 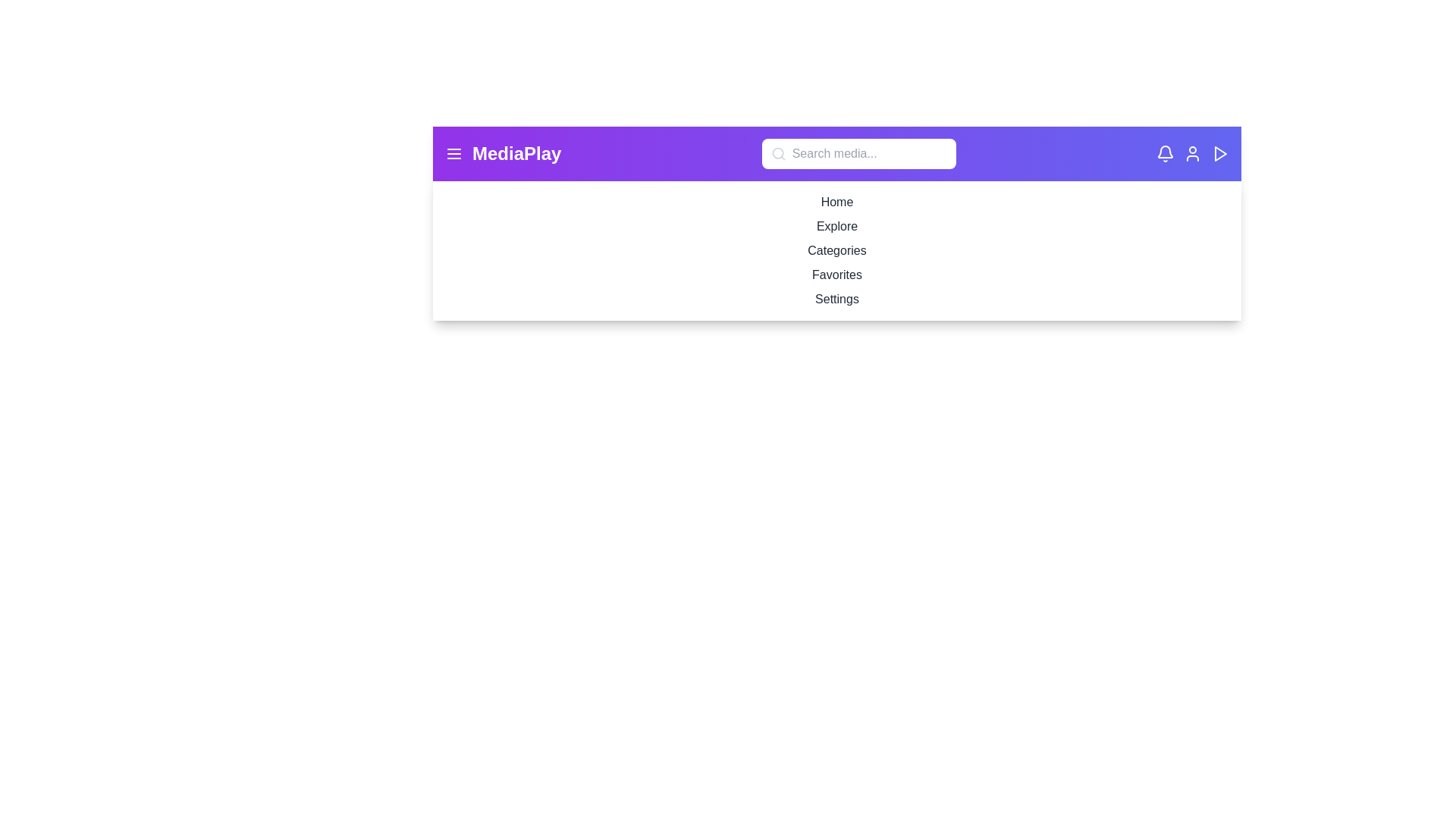 What do you see at coordinates (516, 154) in the screenshot?
I see `the branding text label located in the top-left part of the header section, to the right of the menu icon represented by three horizontal bars` at bounding box center [516, 154].